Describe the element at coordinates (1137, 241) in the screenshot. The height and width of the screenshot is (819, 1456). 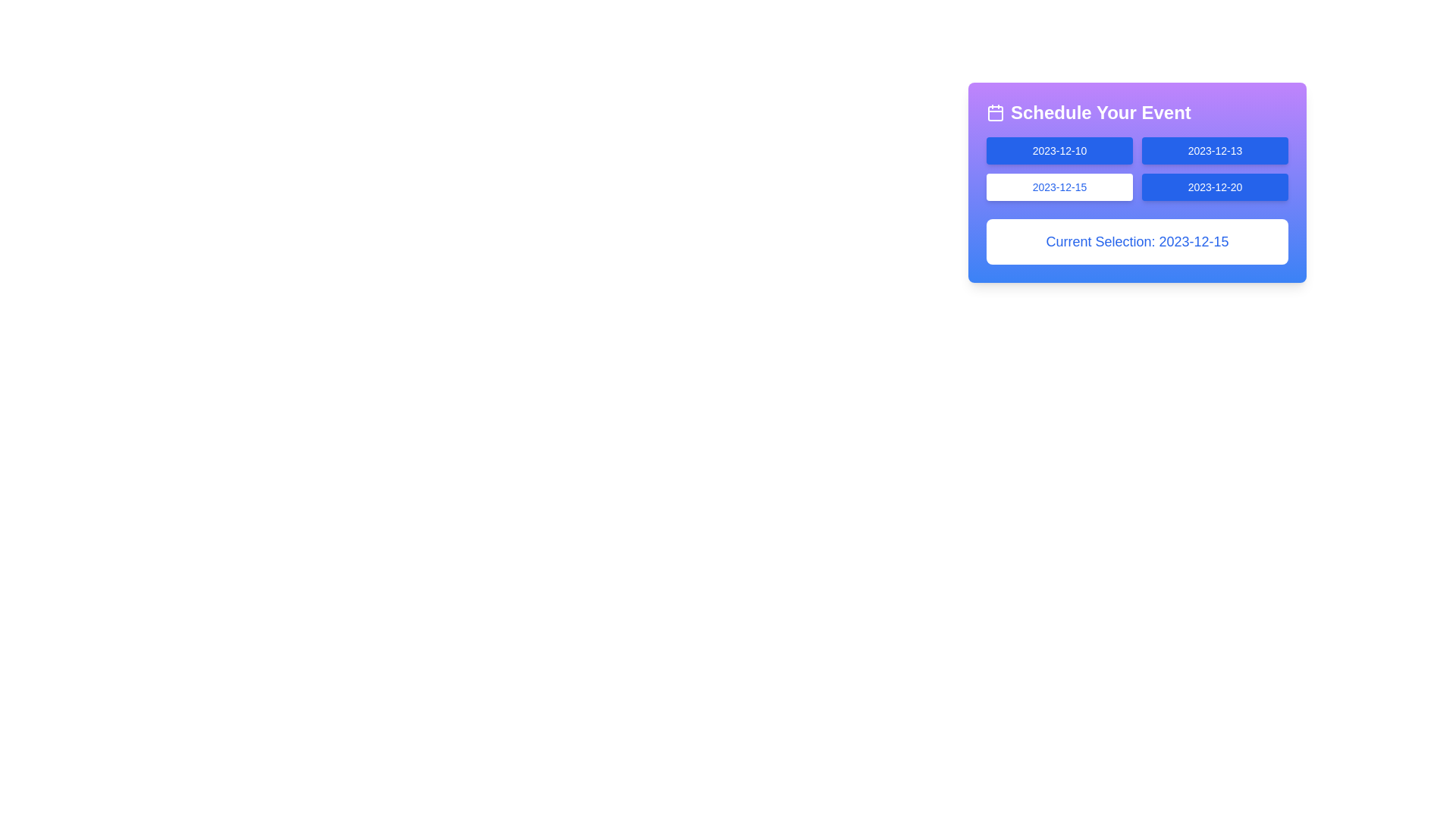
I see `the text label displaying 'Current Selection: 2023-12-15', which is styled in a larger blue font and located near the lower section of the card component labeled 'Schedule Your Event'` at that location.